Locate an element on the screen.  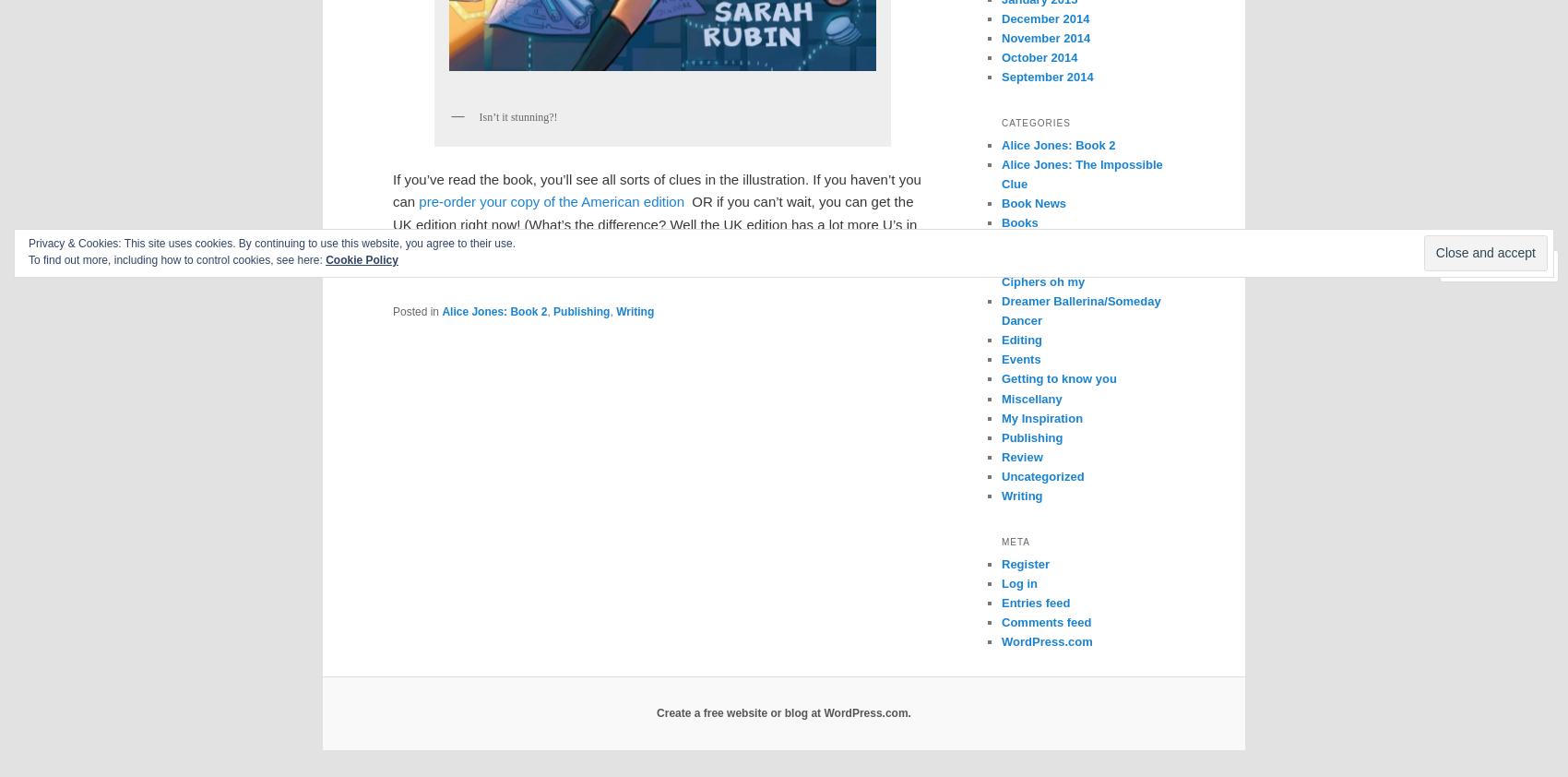
'Editing' is located at coordinates (1001, 340).